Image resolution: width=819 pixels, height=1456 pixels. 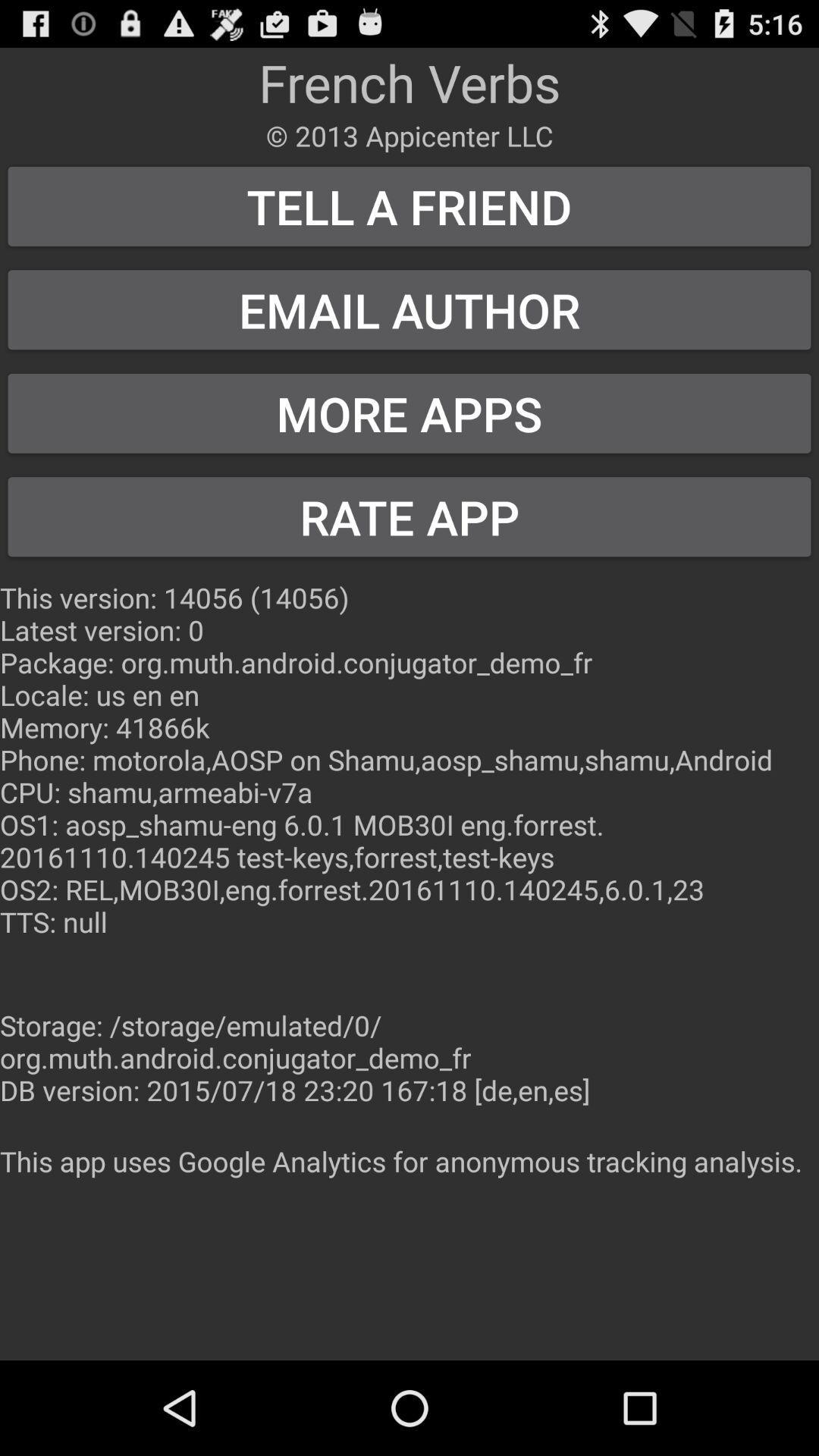 I want to click on the button above the rate app button, so click(x=409, y=413).